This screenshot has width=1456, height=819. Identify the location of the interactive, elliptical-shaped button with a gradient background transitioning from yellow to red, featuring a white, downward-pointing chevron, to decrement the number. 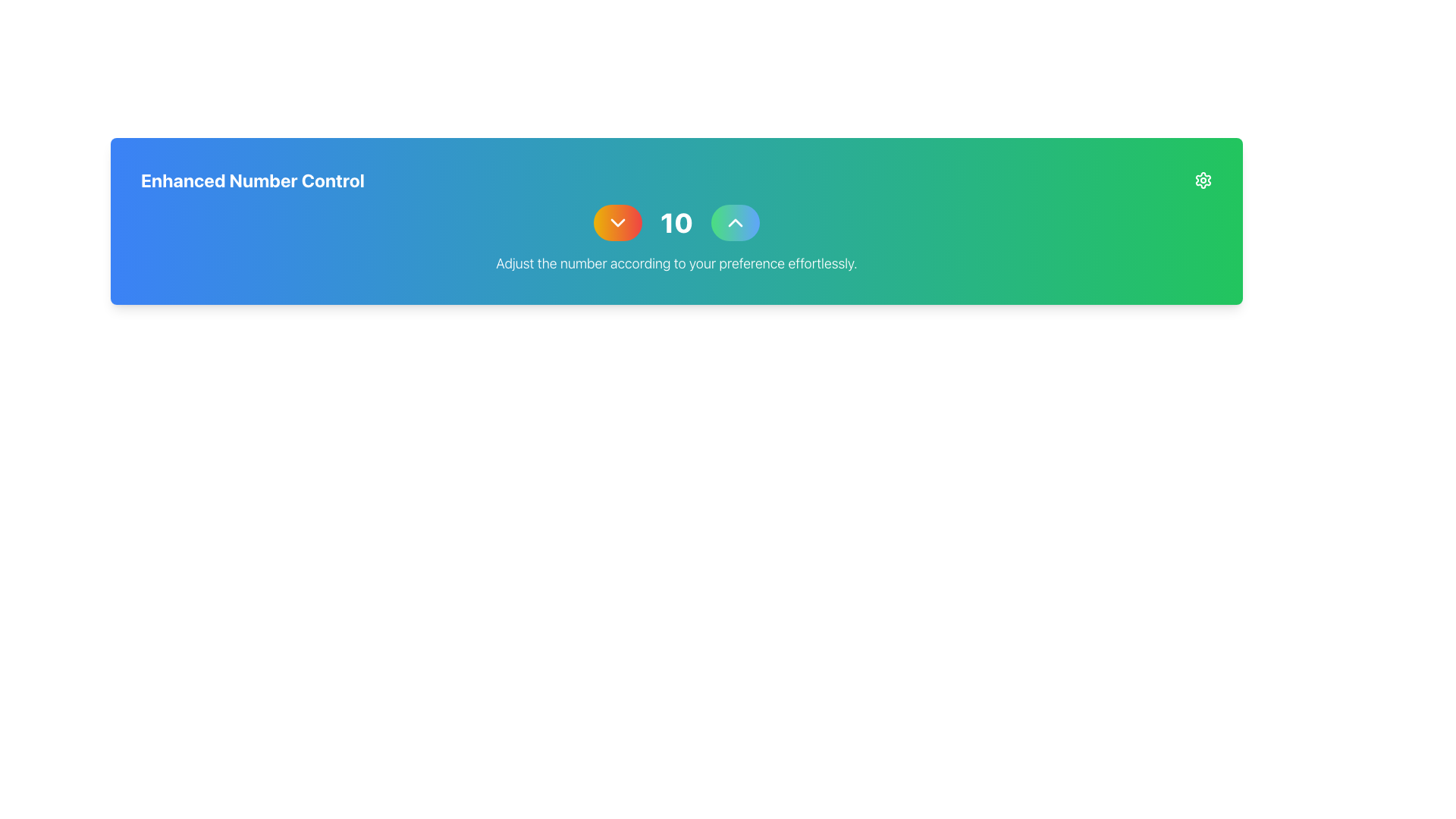
(618, 222).